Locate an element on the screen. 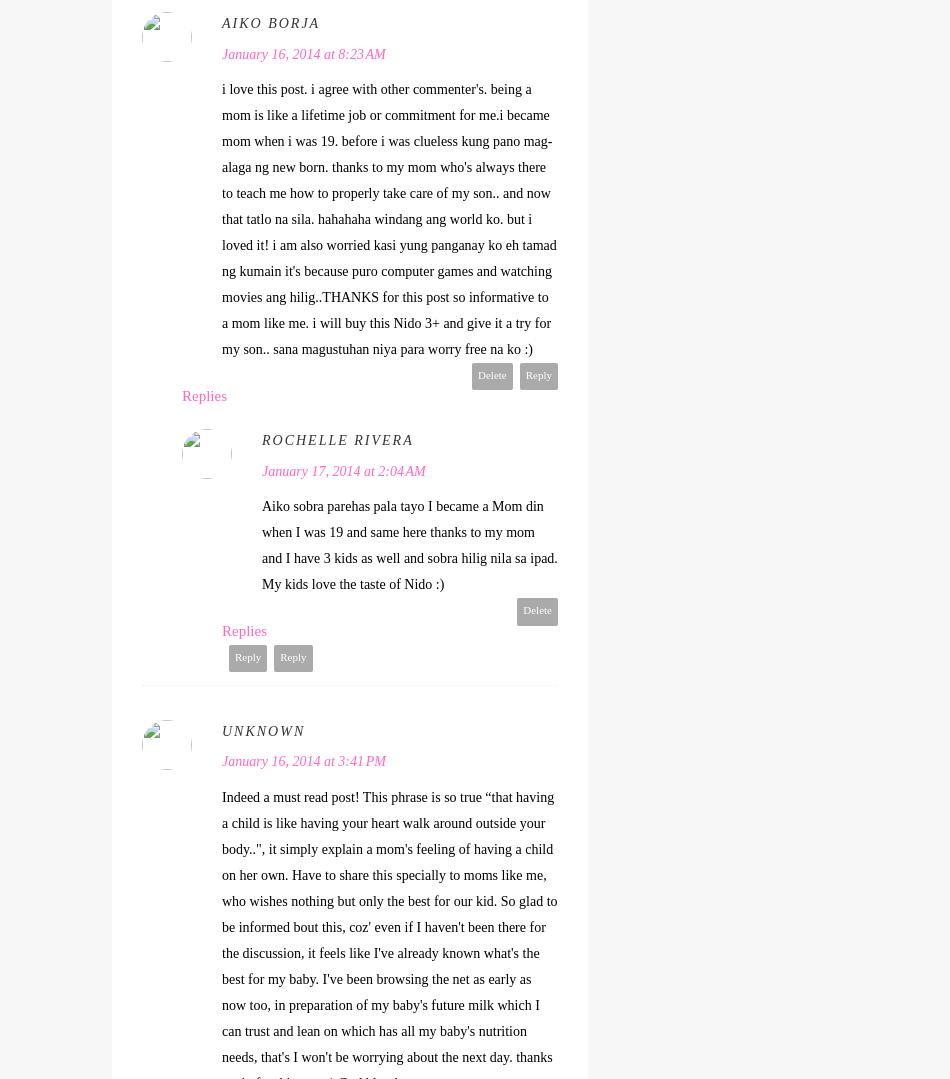 This screenshot has width=950, height=1079. 'Unknown' is located at coordinates (262, 729).